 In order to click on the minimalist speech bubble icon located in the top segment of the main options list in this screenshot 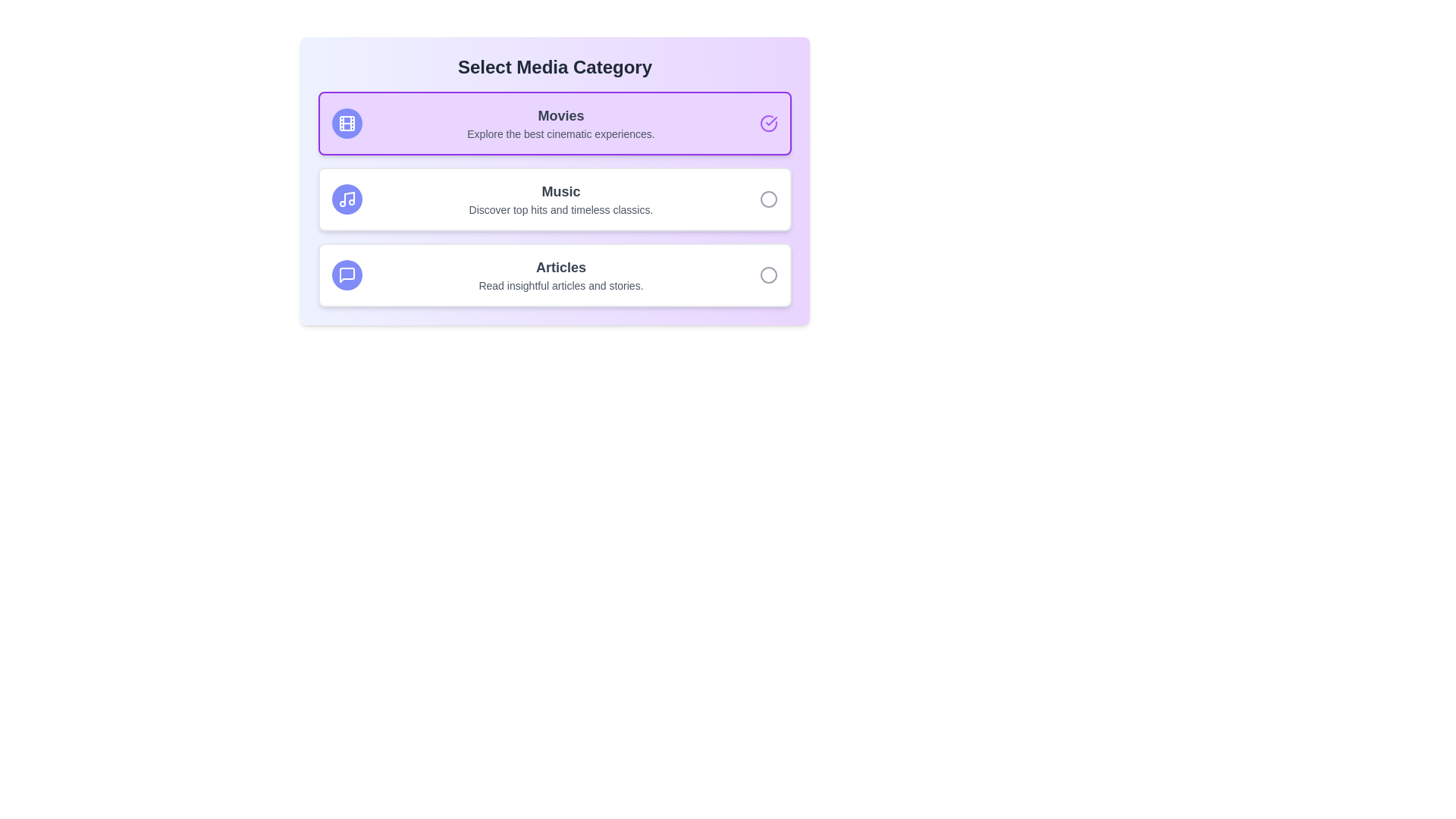, I will do `click(346, 275)`.